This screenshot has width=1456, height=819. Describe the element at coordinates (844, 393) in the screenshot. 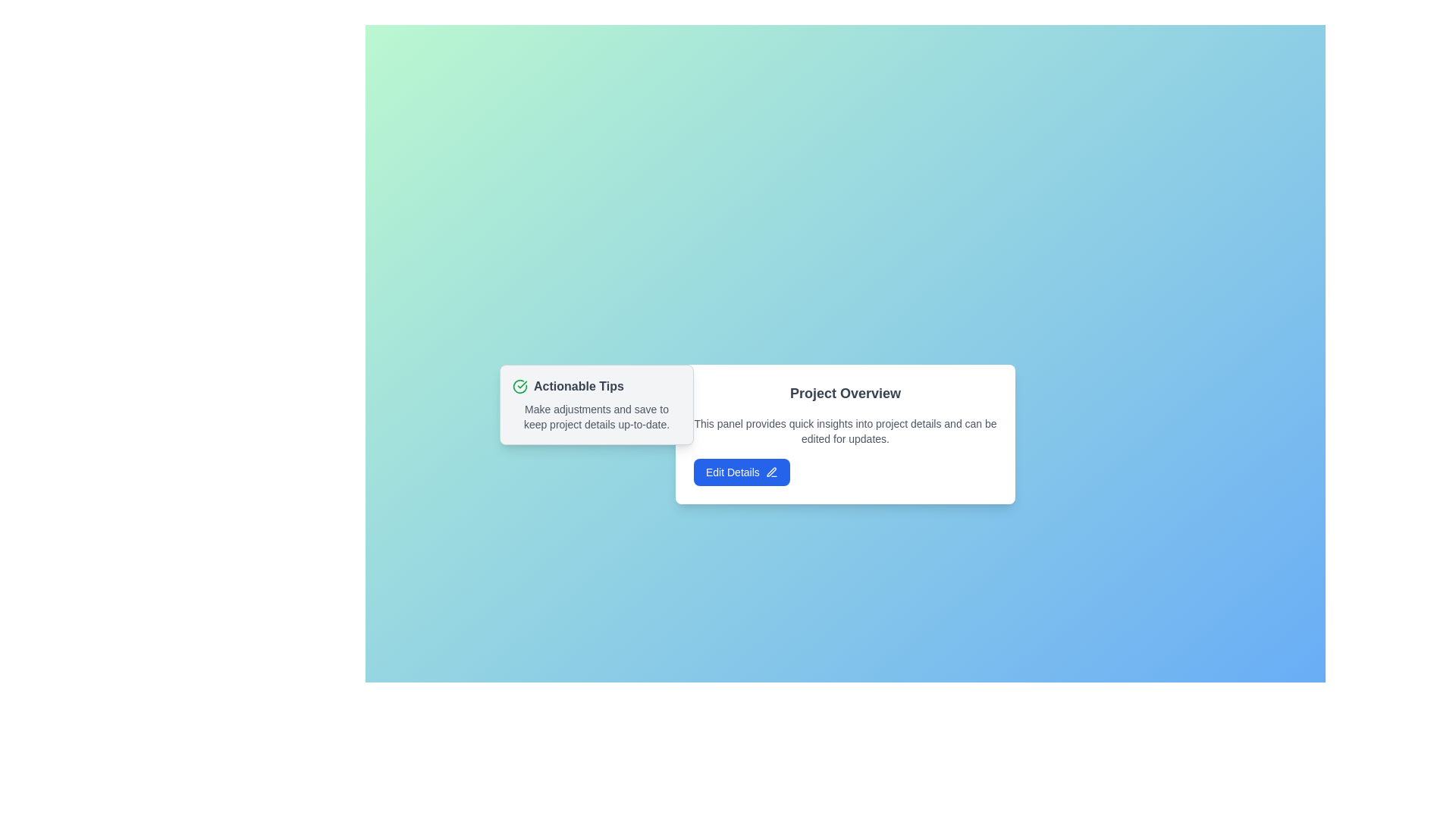

I see `the prominent text header that reads 'Project Overview', which is bold and dark gray, located at the top of a white rectangular card with rounded corners` at that location.